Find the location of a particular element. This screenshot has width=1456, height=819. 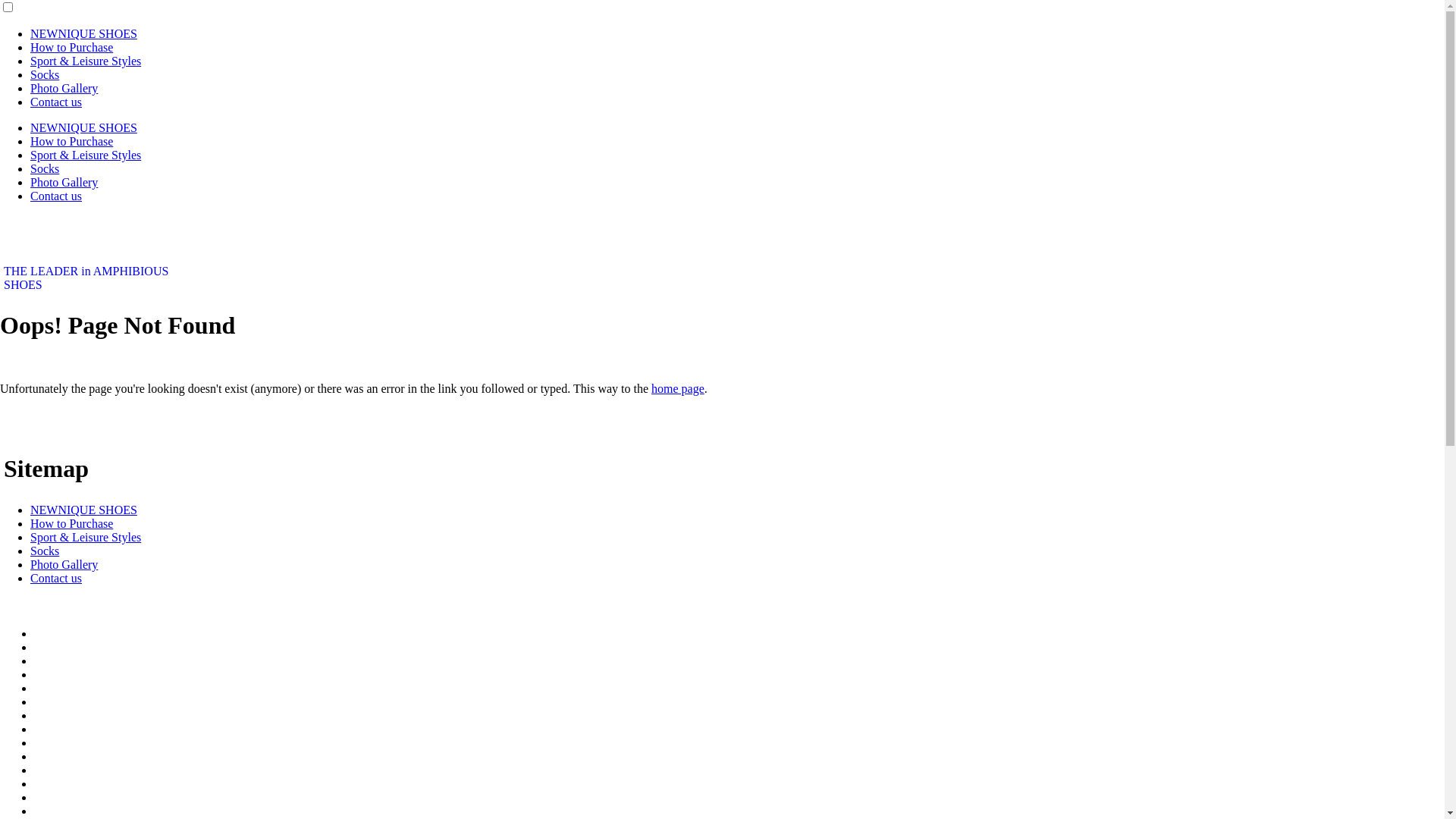

'NEWNIQUE SHOES' is located at coordinates (30, 33).